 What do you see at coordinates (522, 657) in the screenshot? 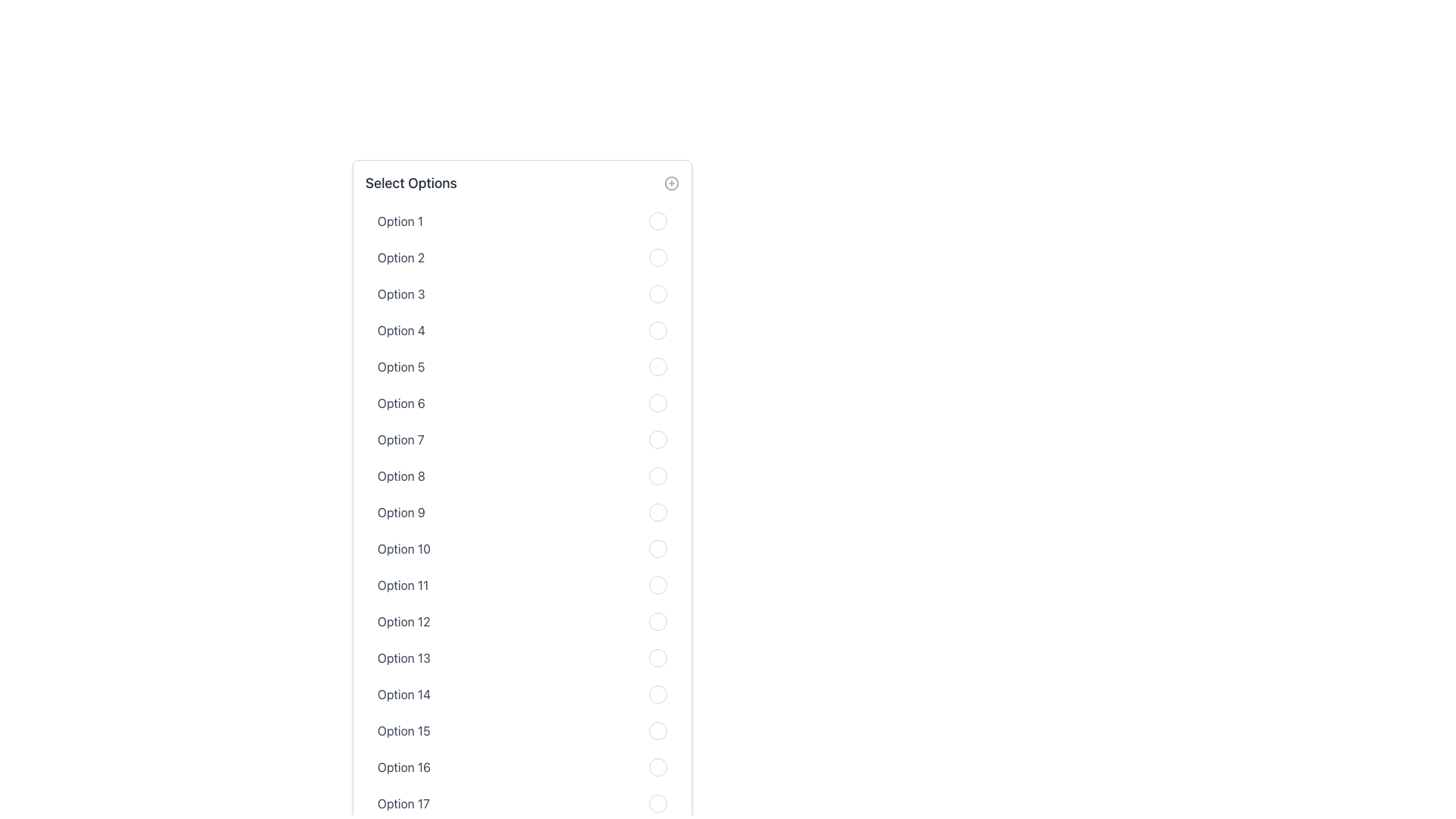
I see `the 13th selectable option labeled 'Option 13' in the scrollable list` at bounding box center [522, 657].